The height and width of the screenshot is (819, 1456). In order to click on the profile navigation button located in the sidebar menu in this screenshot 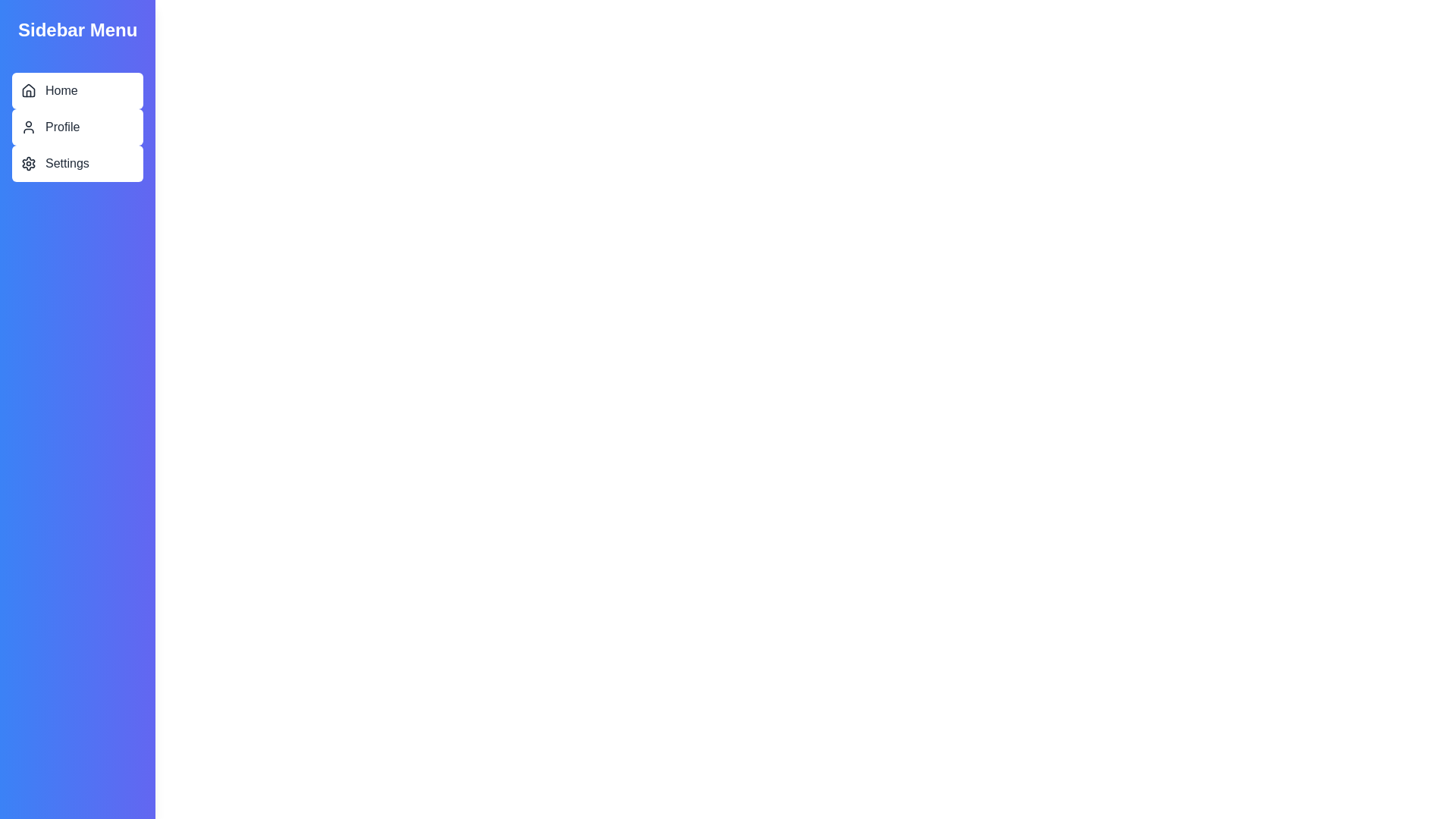, I will do `click(77, 127)`.